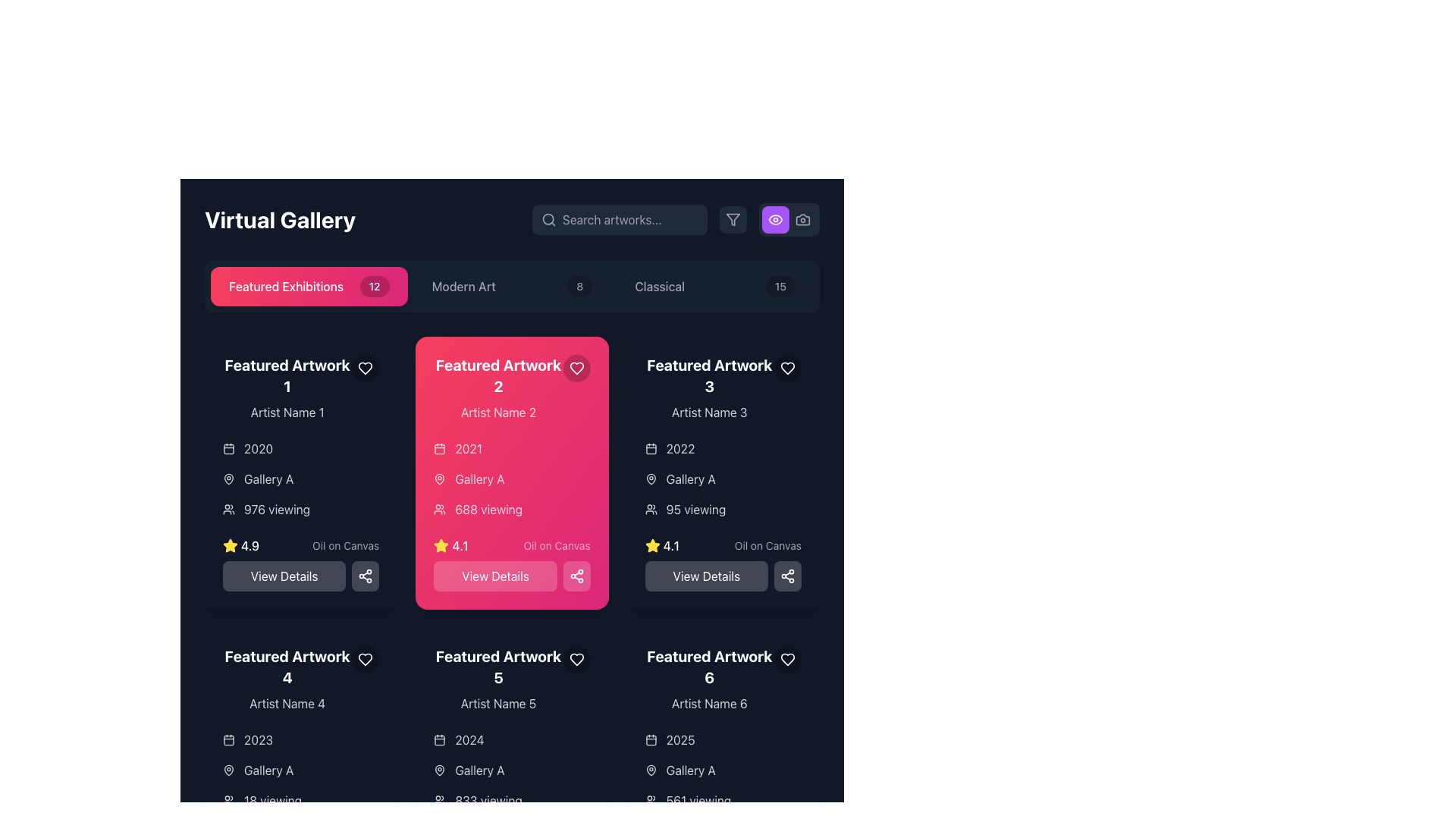 The image size is (1456, 819). What do you see at coordinates (287, 678) in the screenshot?
I see `the text display that shows the title and artist name of 'Featured Artwork 4' located in the bottom-left section of the grid, below the heart-shaped favorite button` at bounding box center [287, 678].